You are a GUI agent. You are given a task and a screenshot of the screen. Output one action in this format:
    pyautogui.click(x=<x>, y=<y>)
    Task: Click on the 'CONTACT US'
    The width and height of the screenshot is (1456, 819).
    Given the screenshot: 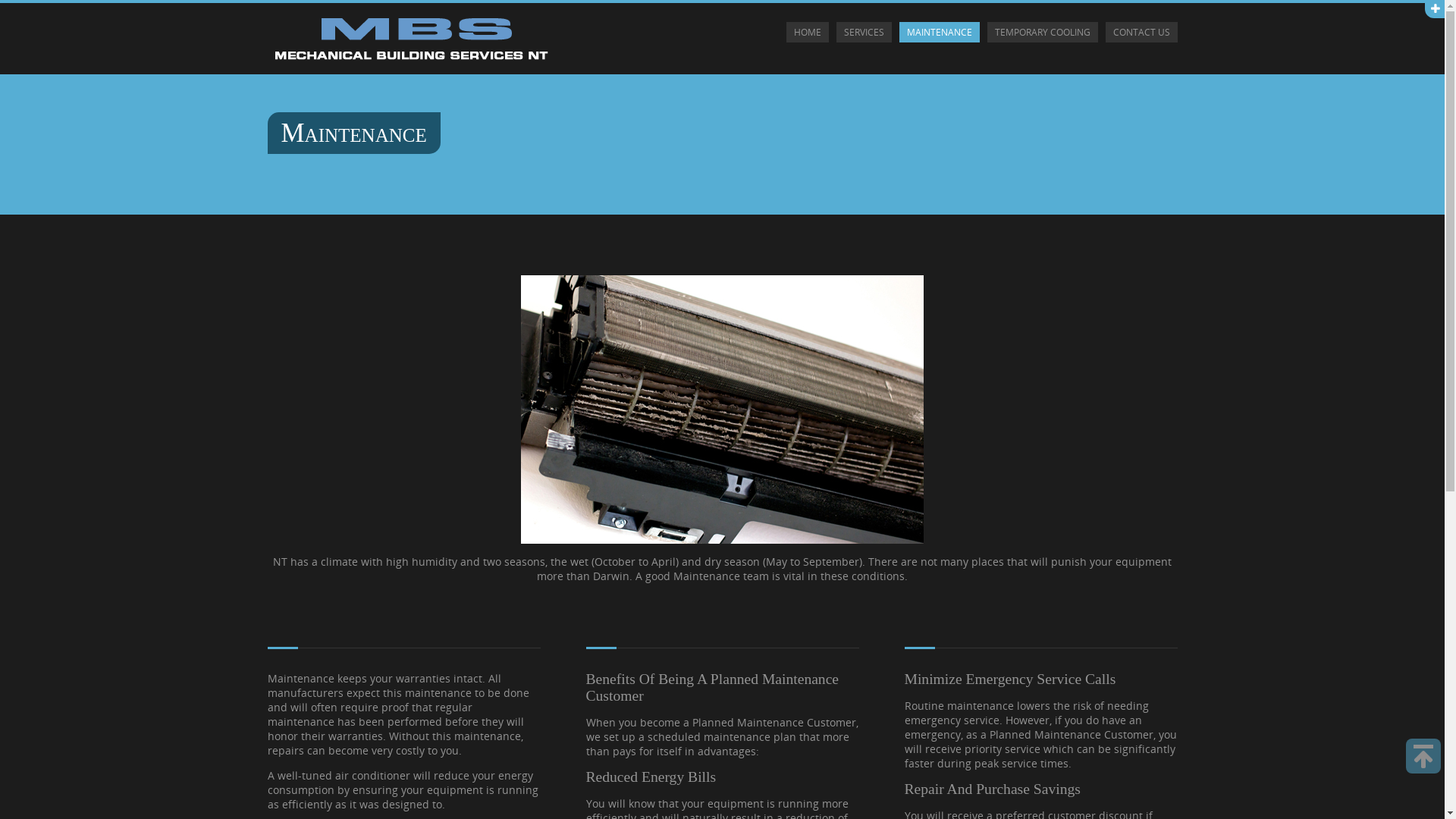 What is the action you would take?
    pyautogui.click(x=1141, y=32)
    